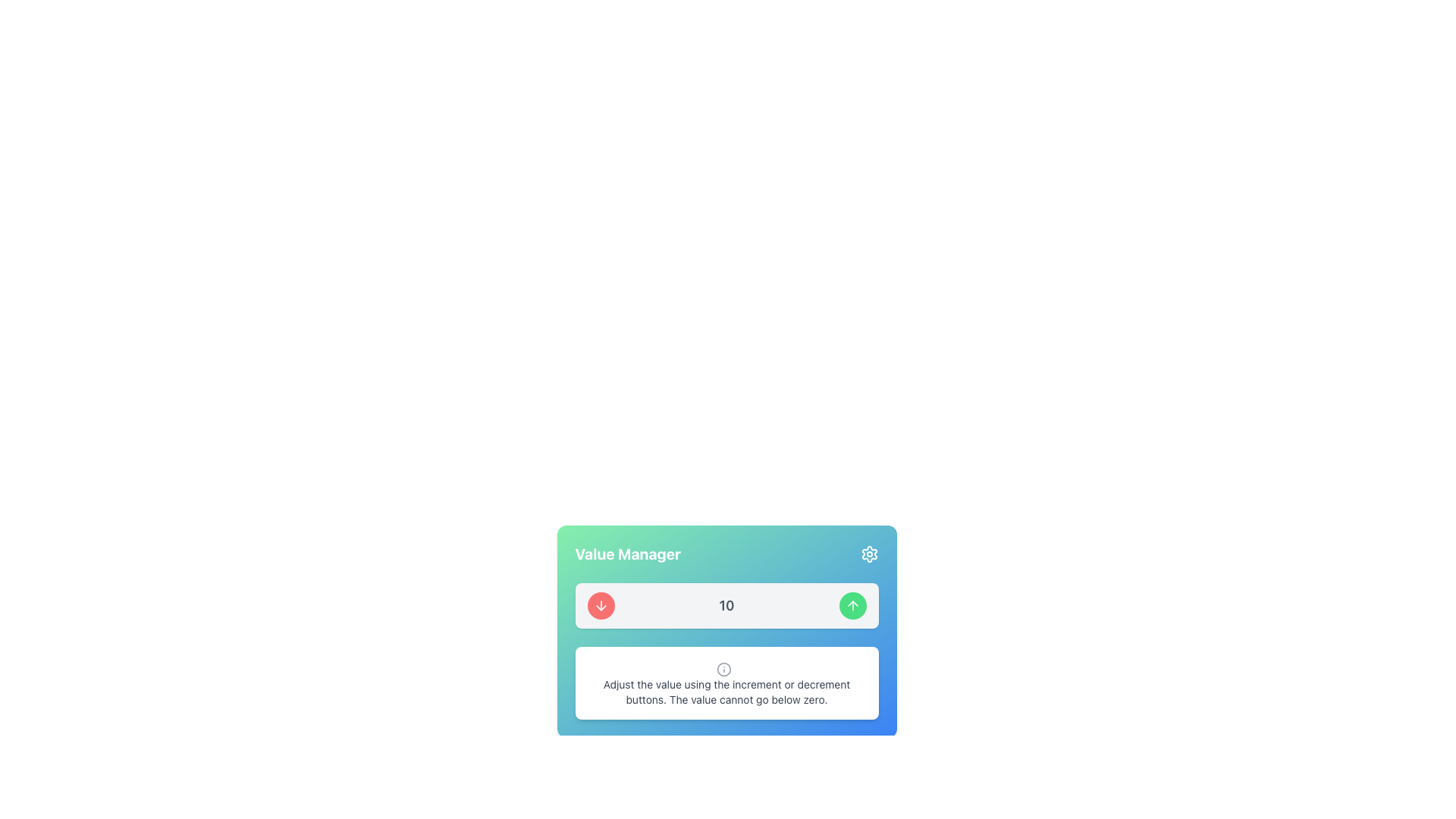 The image size is (1456, 819). What do you see at coordinates (600, 604) in the screenshot?
I see `the decrement button located to the left of the numeric display showing '10' to decrease the associated value` at bounding box center [600, 604].